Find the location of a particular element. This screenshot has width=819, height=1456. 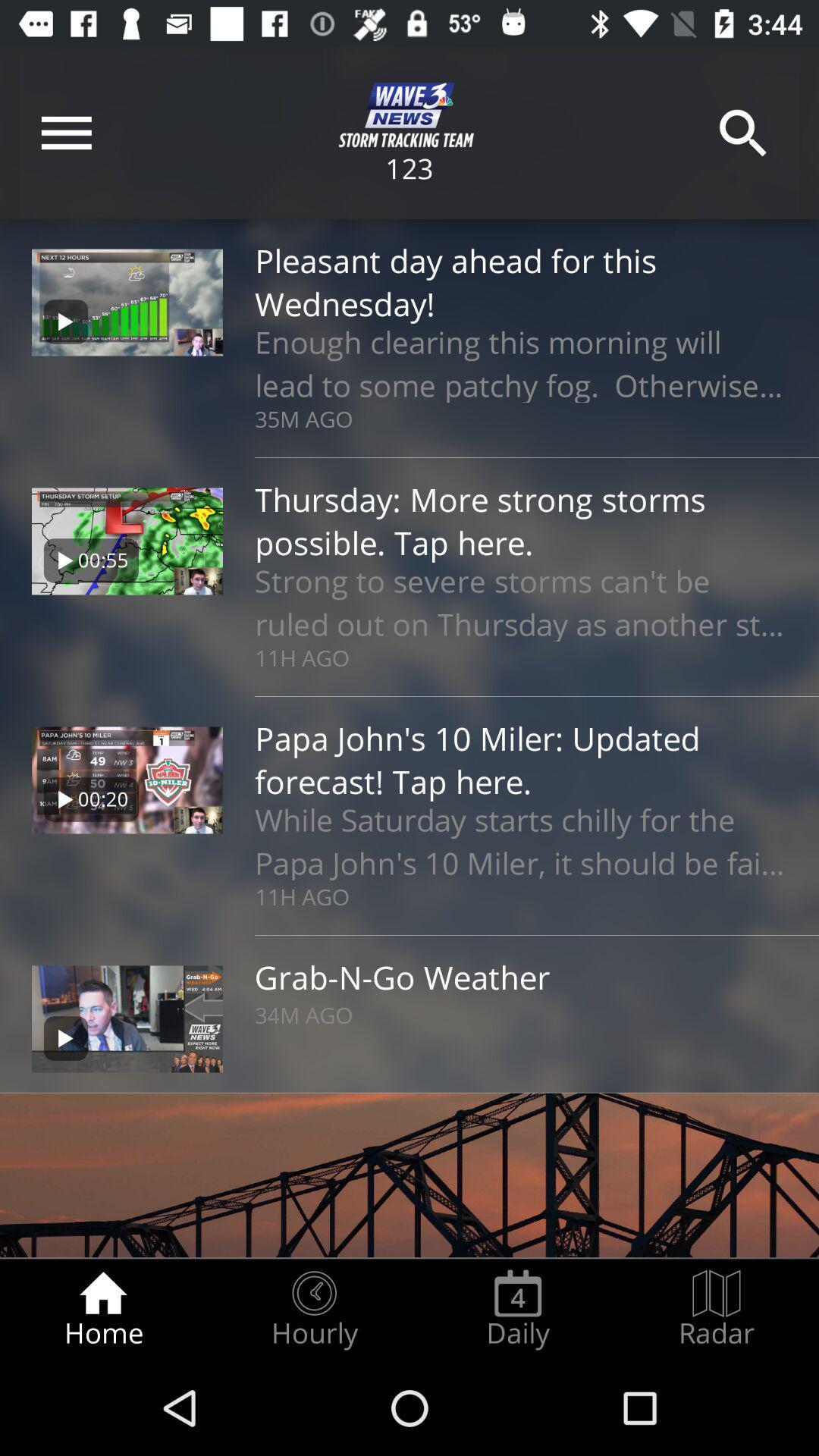

the radio button to the right of home icon is located at coordinates (313, 1309).